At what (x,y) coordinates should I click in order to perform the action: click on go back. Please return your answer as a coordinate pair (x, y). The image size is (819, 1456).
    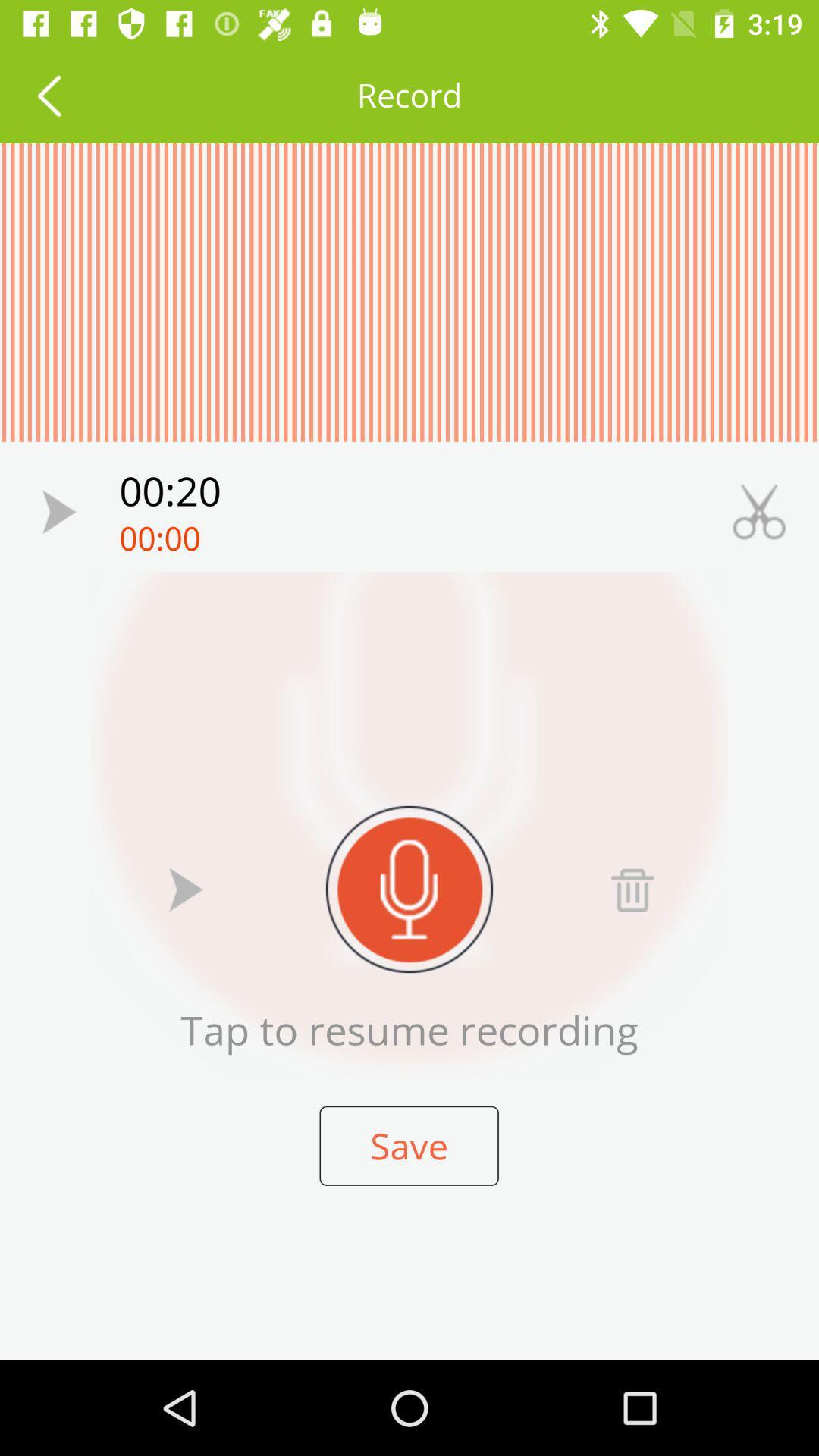
    Looking at the image, I should click on (48, 94).